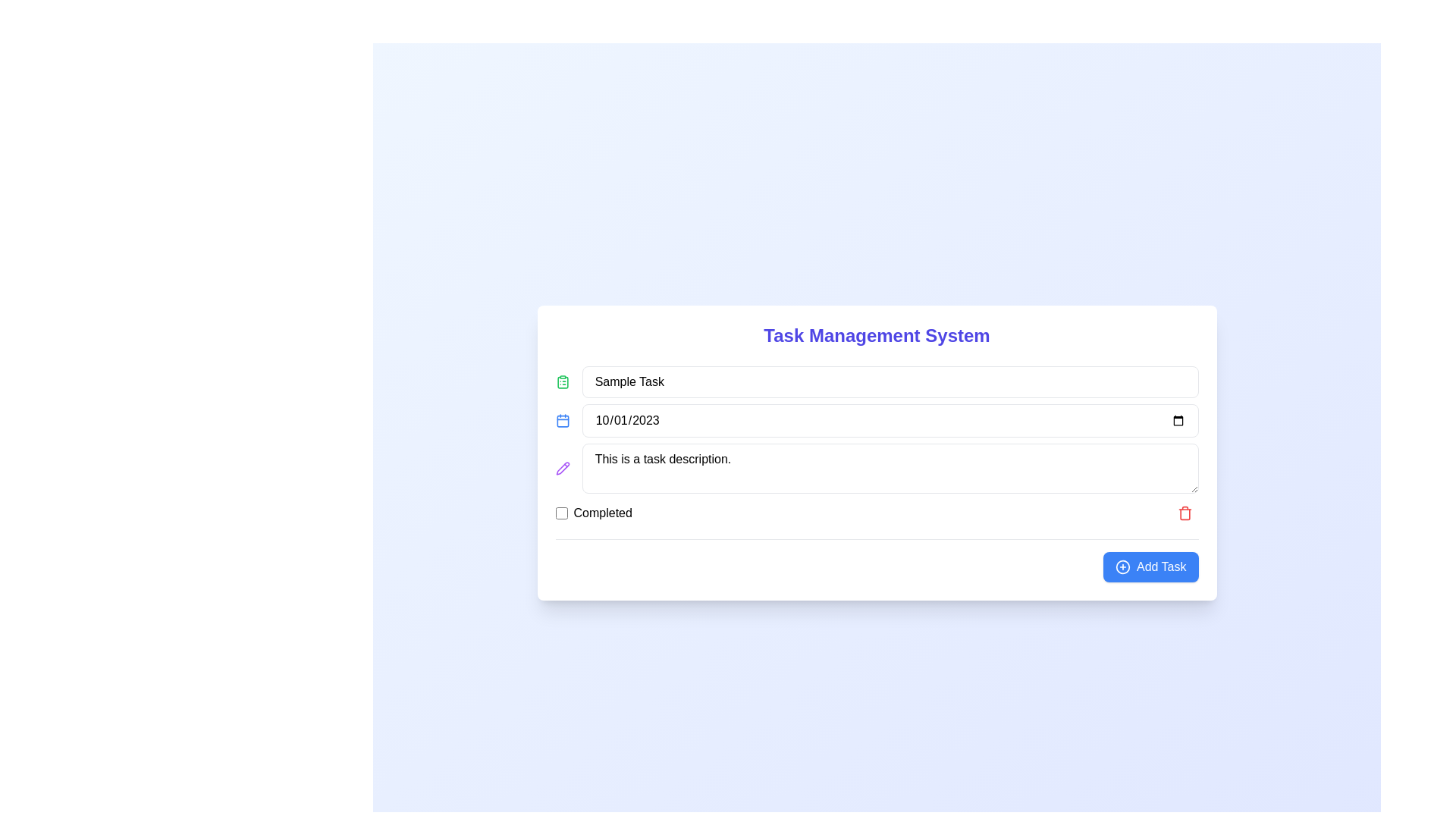 This screenshot has width=1456, height=819. Describe the element at coordinates (1160, 566) in the screenshot. I see `the text label of the 'Add Task' button located in the bottom-right corner of the task management interface to observe any visual feedback` at that location.